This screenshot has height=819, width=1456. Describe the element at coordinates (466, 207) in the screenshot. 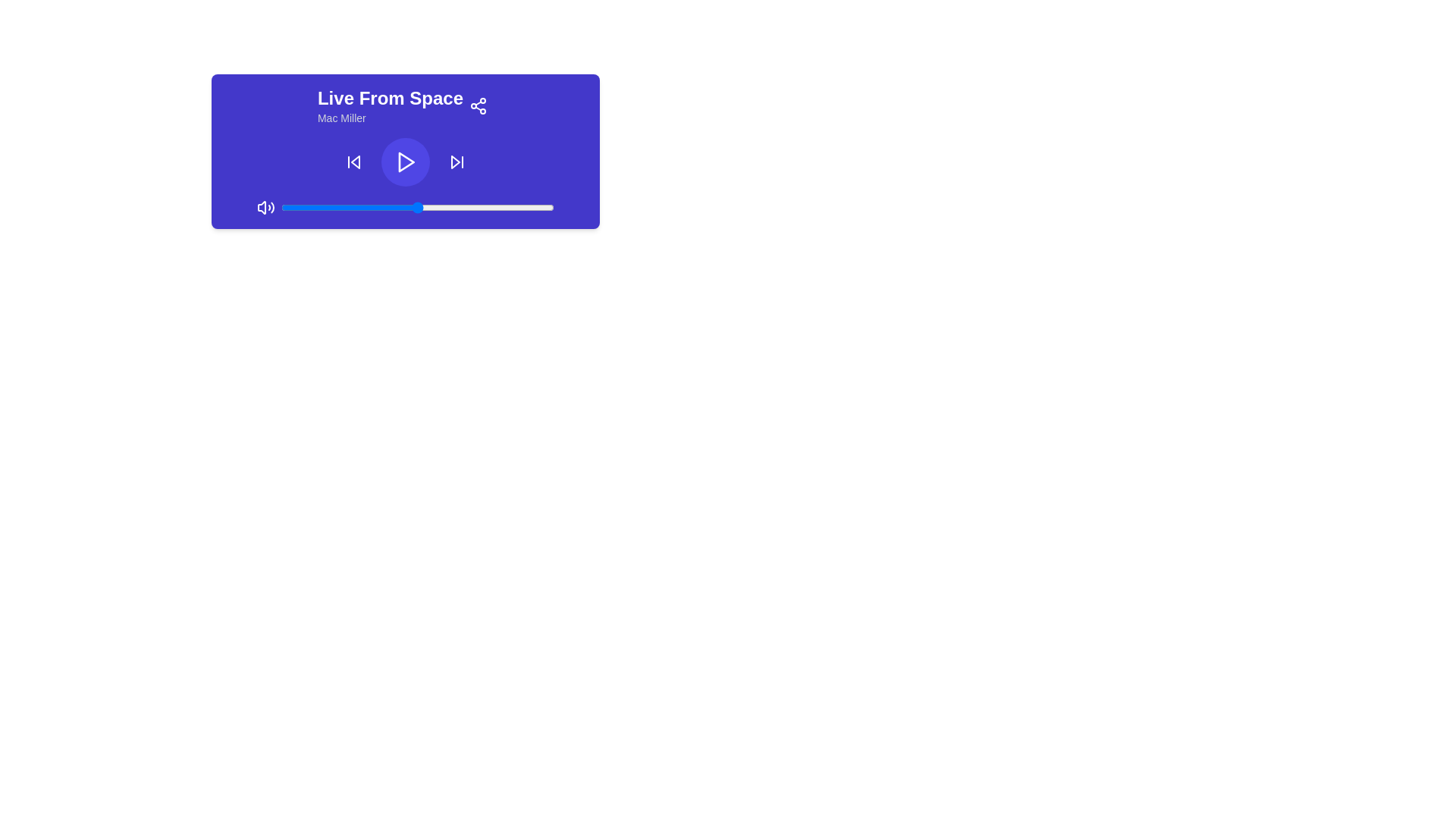

I see `the slider value` at that location.